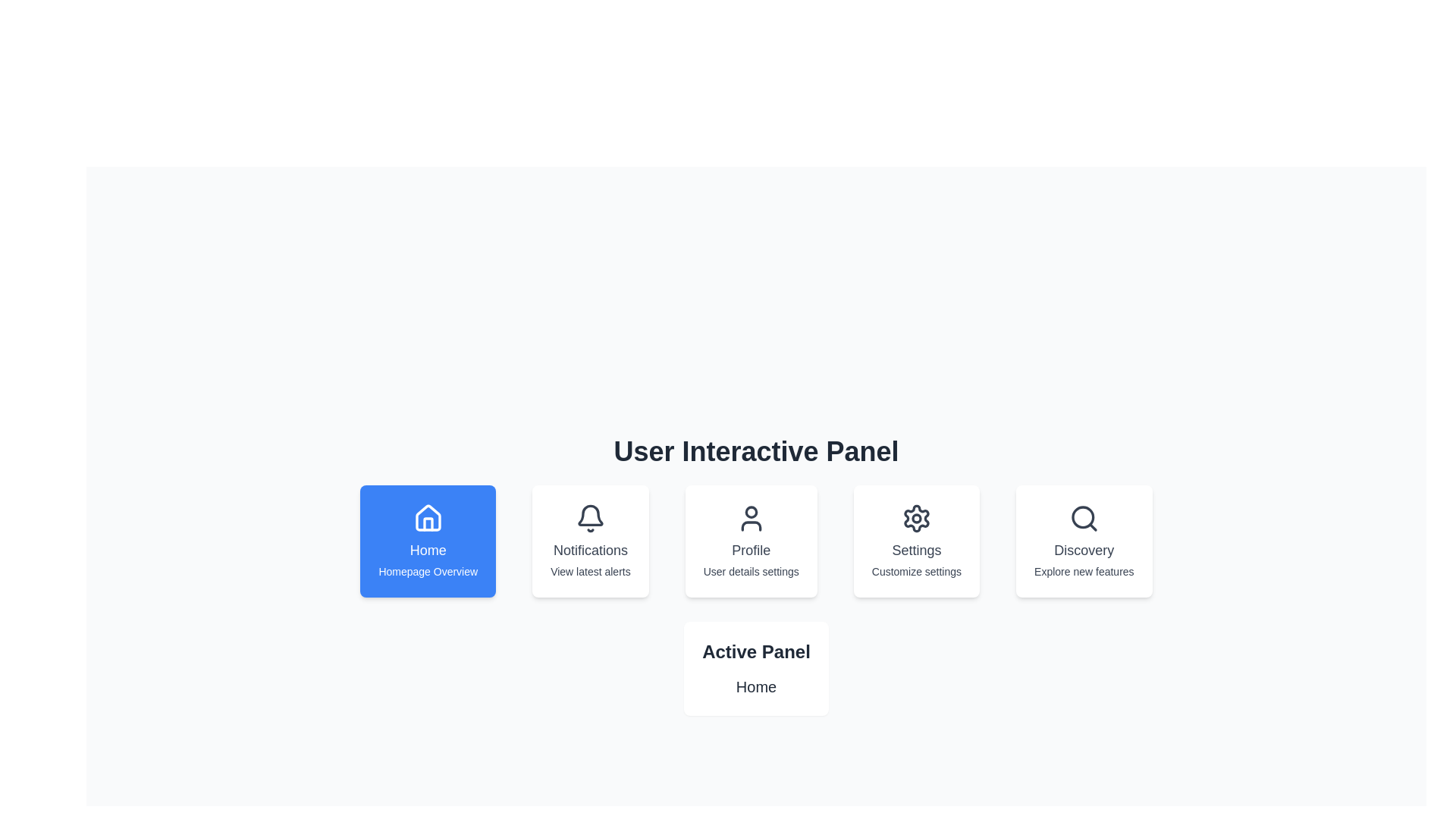 The image size is (1456, 819). Describe the element at coordinates (751, 526) in the screenshot. I see `the aesthetic SVG shape element that outlines the 'Profile' selection button, located beneath the user's head icon` at that location.